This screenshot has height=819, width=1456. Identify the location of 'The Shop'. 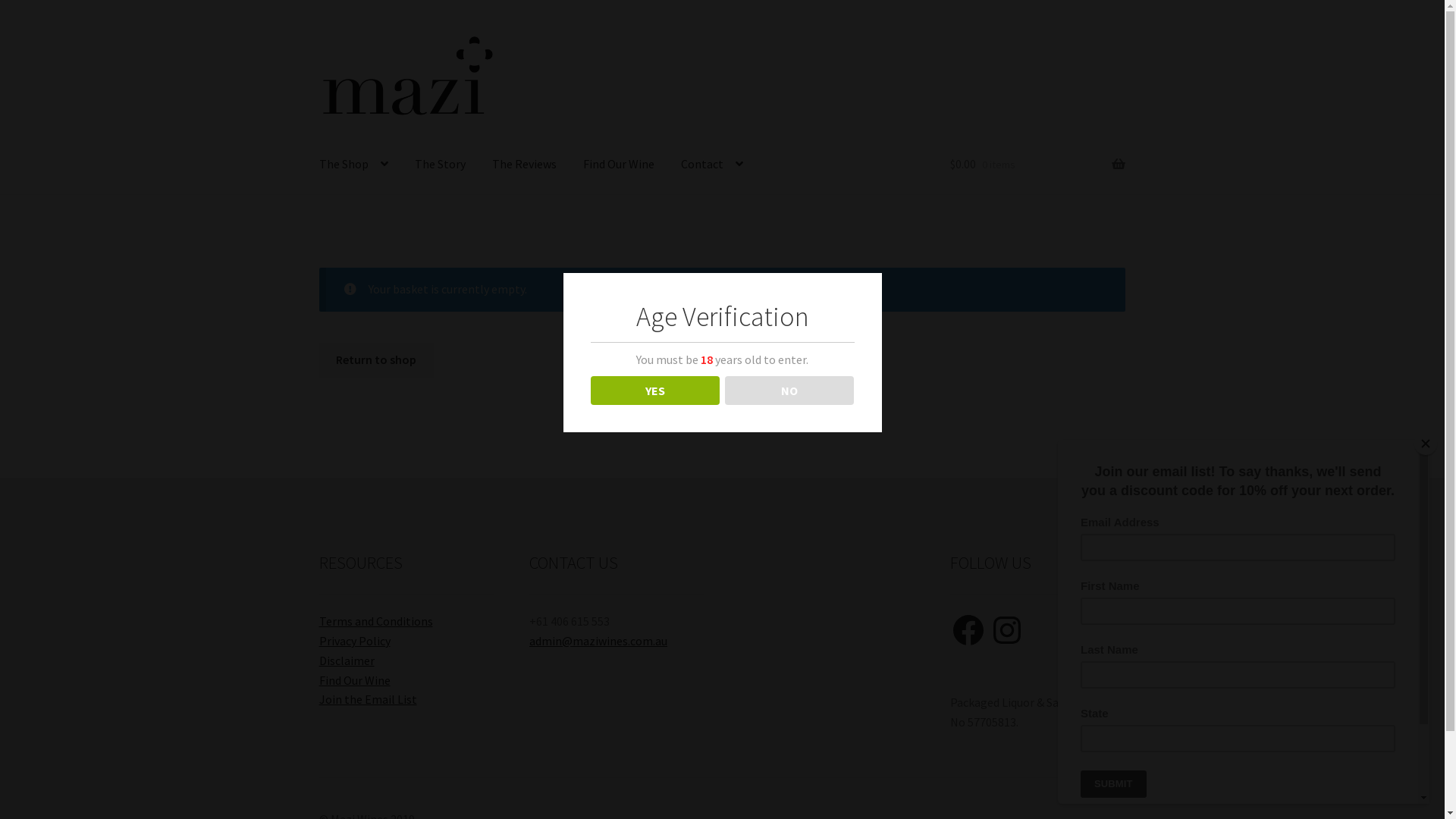
(353, 164).